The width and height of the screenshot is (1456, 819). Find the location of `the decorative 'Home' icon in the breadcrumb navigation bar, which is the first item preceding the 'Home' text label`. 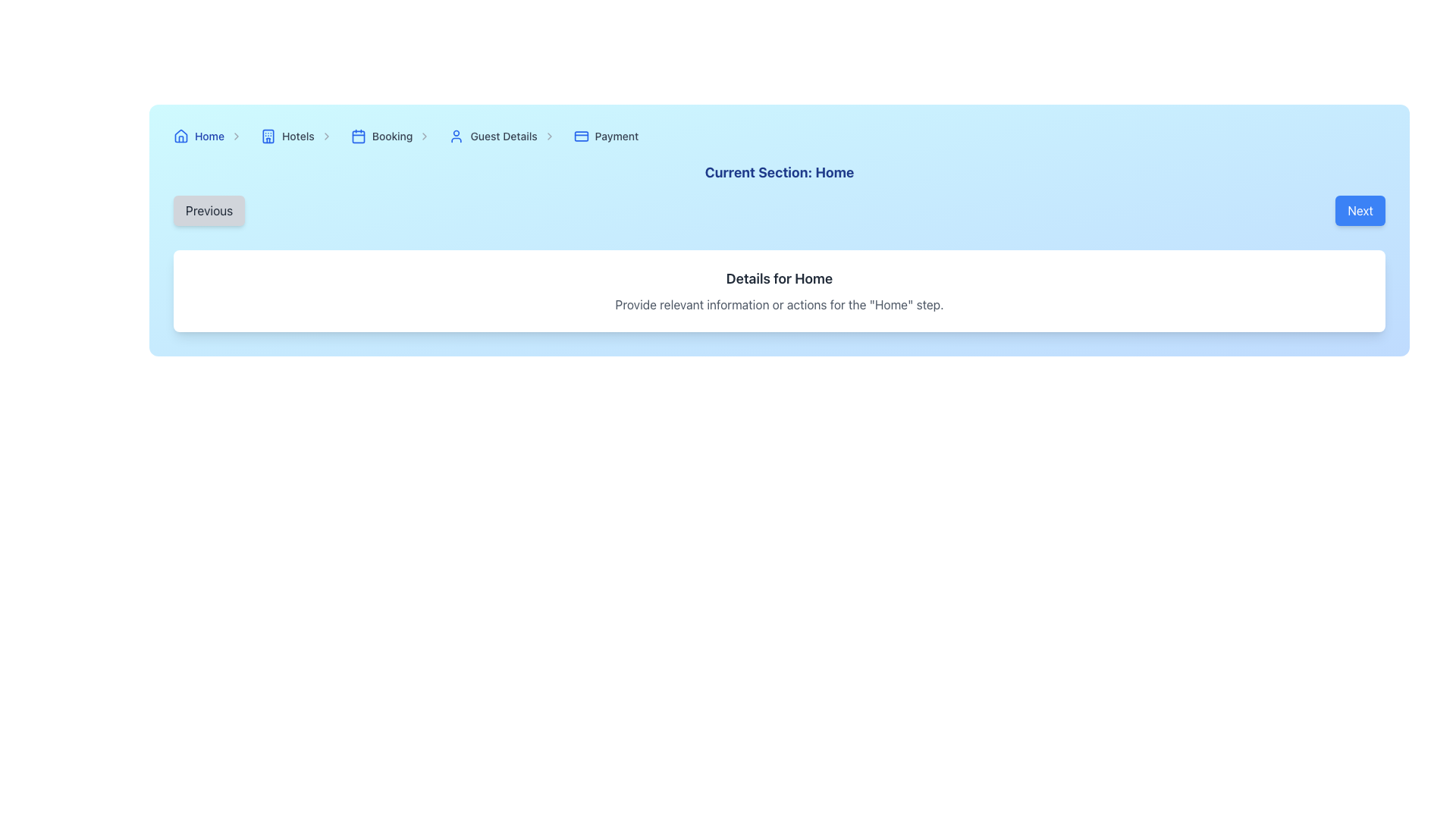

the decorative 'Home' icon in the breadcrumb navigation bar, which is the first item preceding the 'Home' text label is located at coordinates (181, 136).